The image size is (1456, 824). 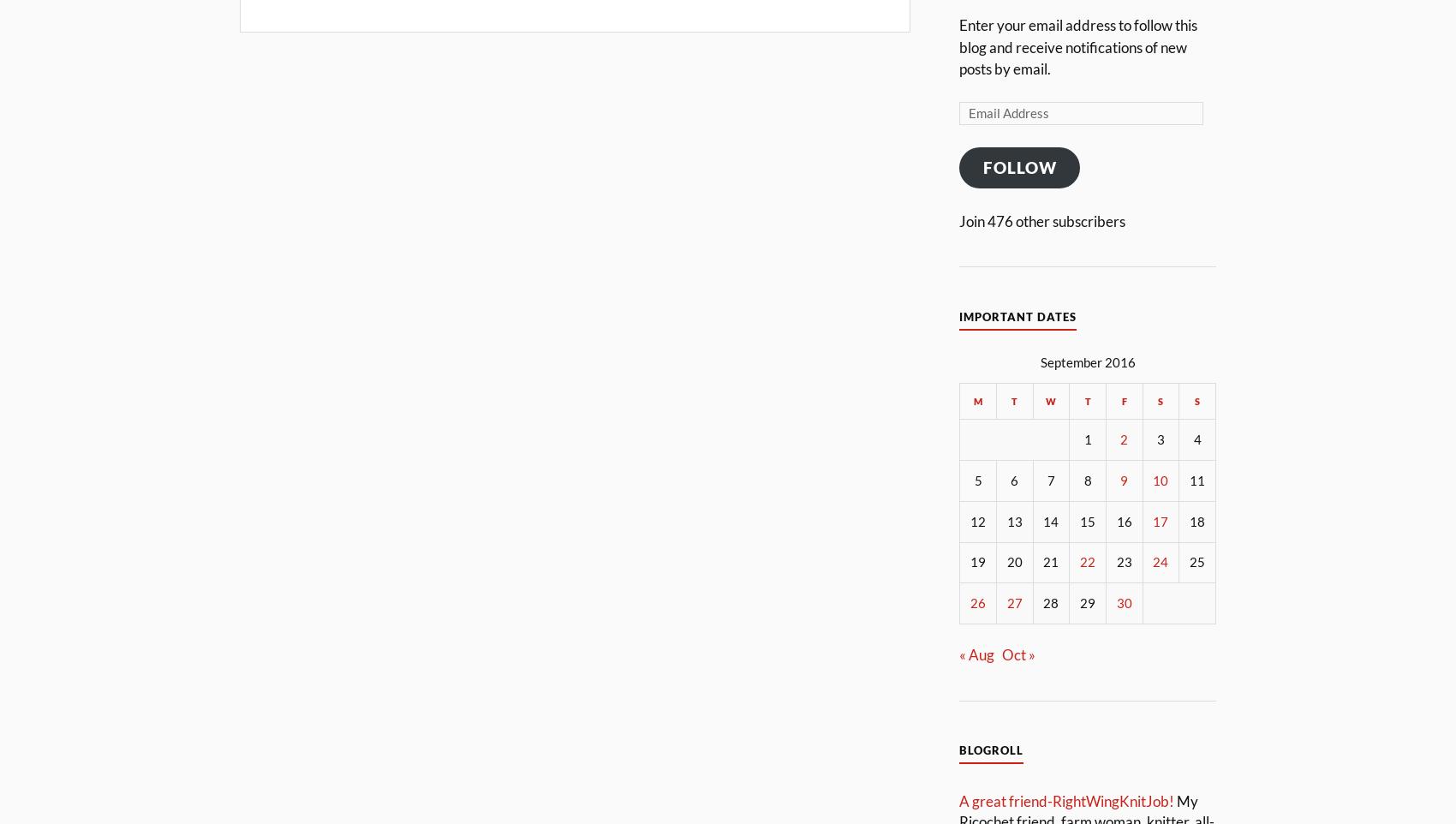 I want to click on '11', so click(x=1196, y=479).